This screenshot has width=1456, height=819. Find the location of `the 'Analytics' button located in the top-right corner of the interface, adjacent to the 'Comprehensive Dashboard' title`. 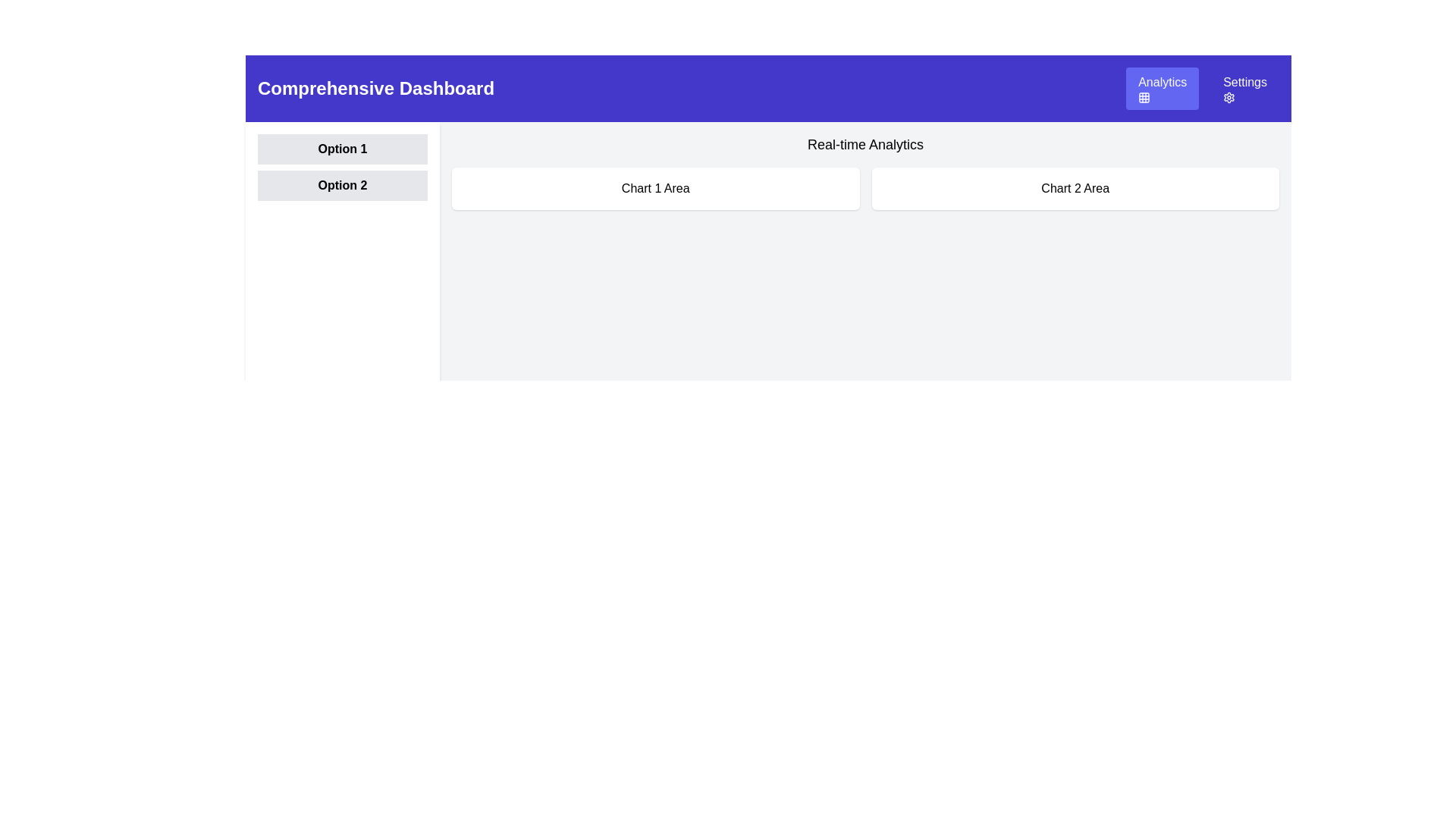

the 'Analytics' button located in the top-right corner of the interface, adjacent to the 'Comprehensive Dashboard' title is located at coordinates (1202, 88).